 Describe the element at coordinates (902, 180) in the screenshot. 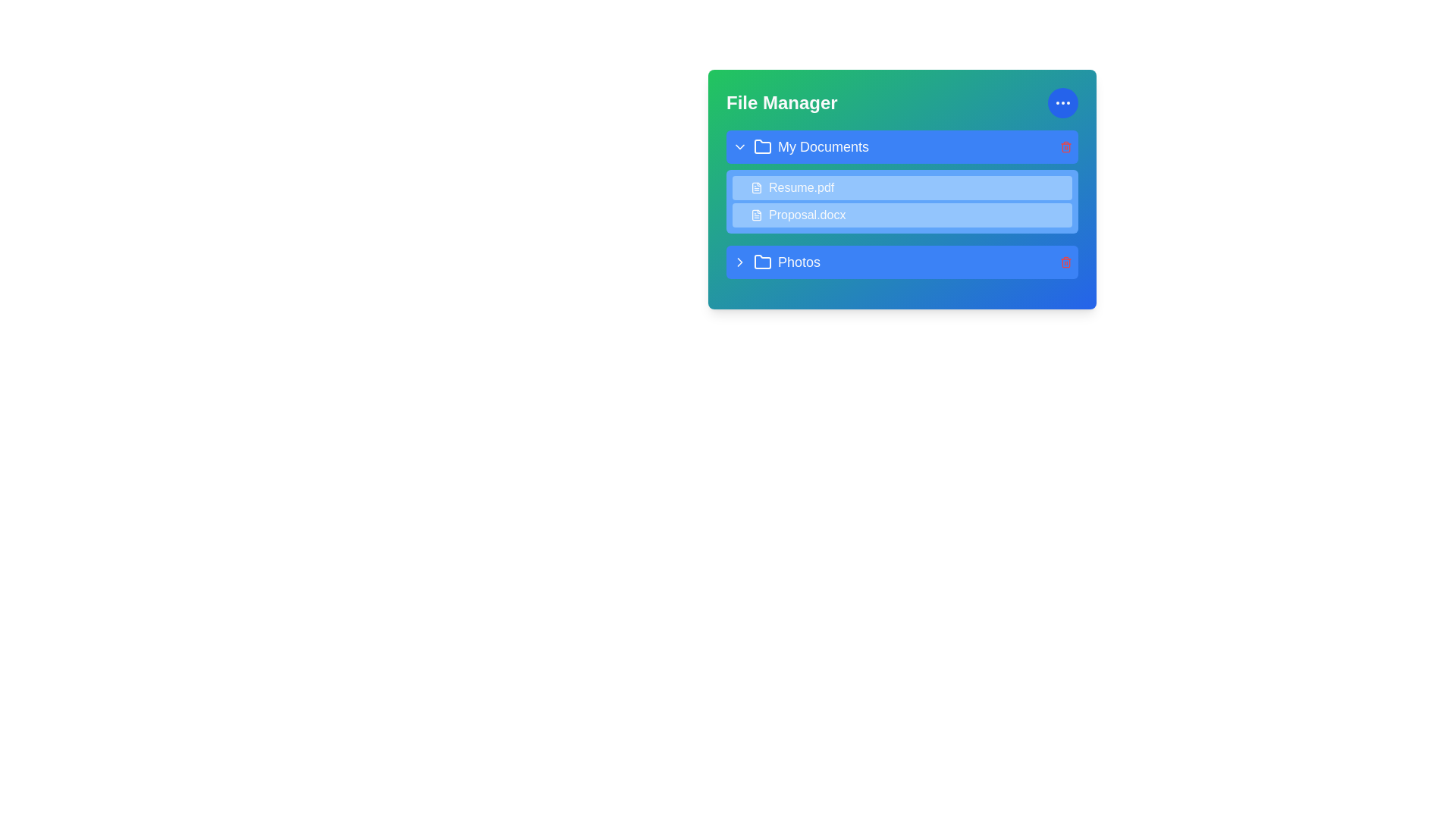

I see `the files 'Resume.pdf' and 'Proposal.docx' from the expandable section content element with a blue background and rounded corners, located beneath the 'My Documents' heading in the 'File Manager' interface` at that location.